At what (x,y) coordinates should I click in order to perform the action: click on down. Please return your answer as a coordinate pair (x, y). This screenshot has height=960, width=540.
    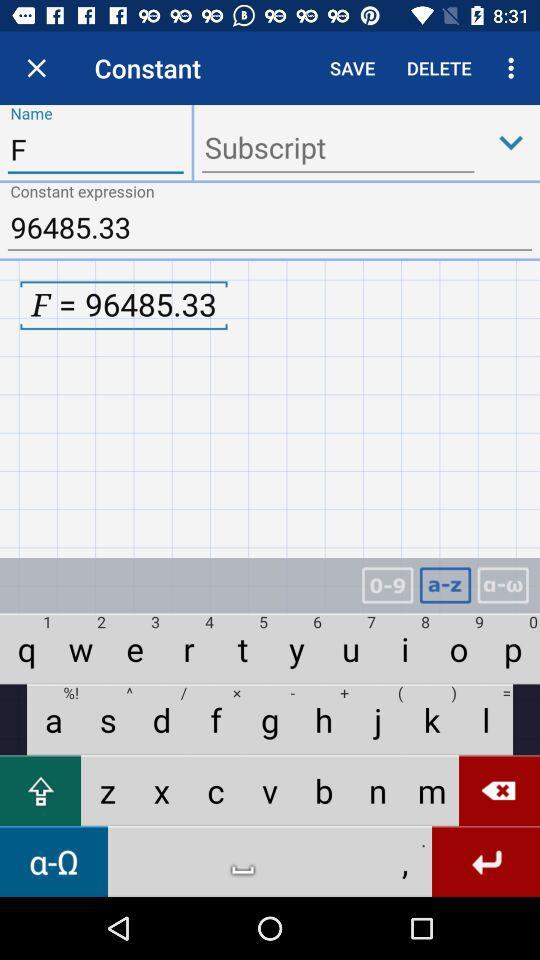
    Looking at the image, I should click on (511, 141).